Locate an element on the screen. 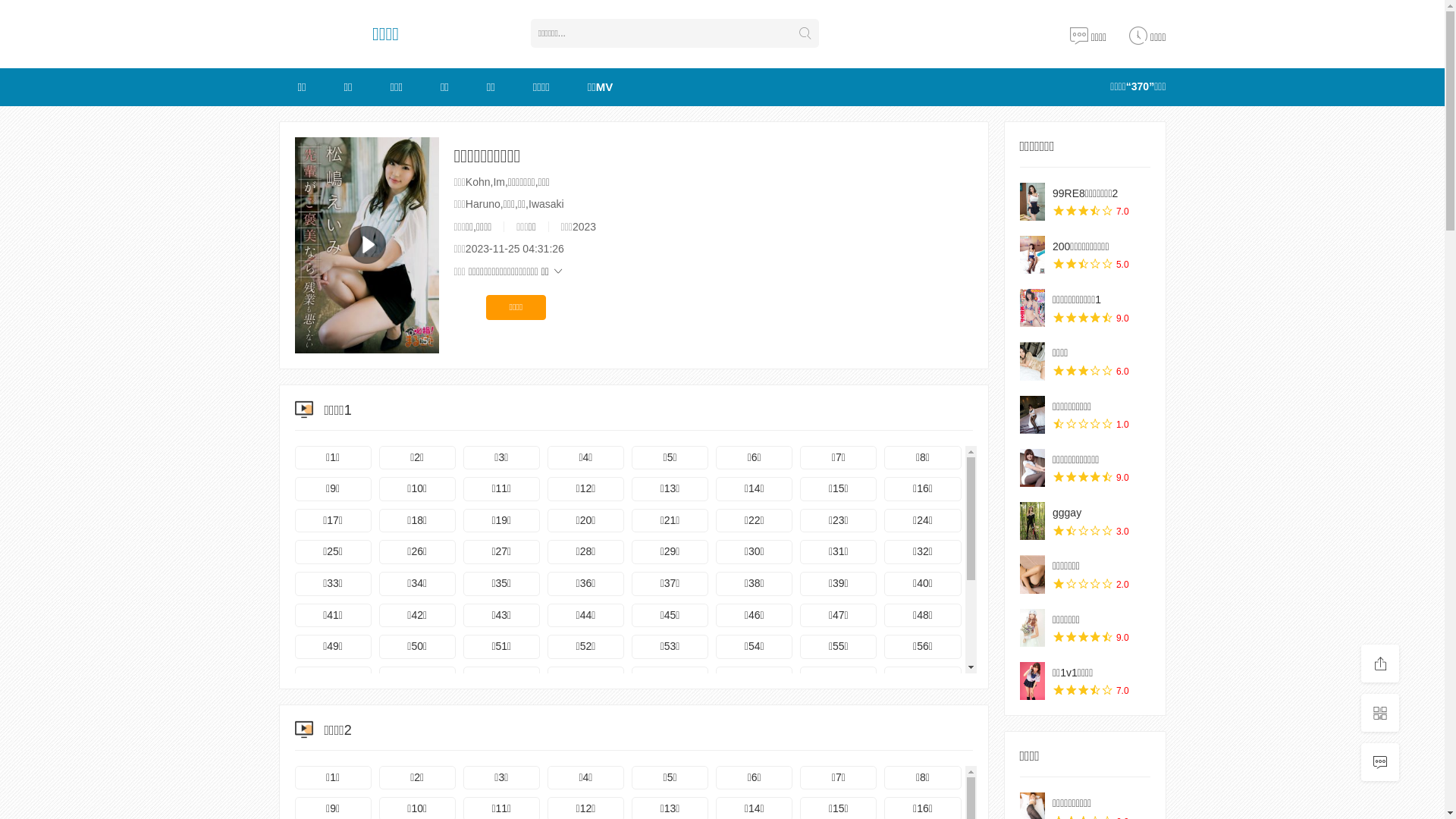  'gggay' is located at coordinates (1019, 519).